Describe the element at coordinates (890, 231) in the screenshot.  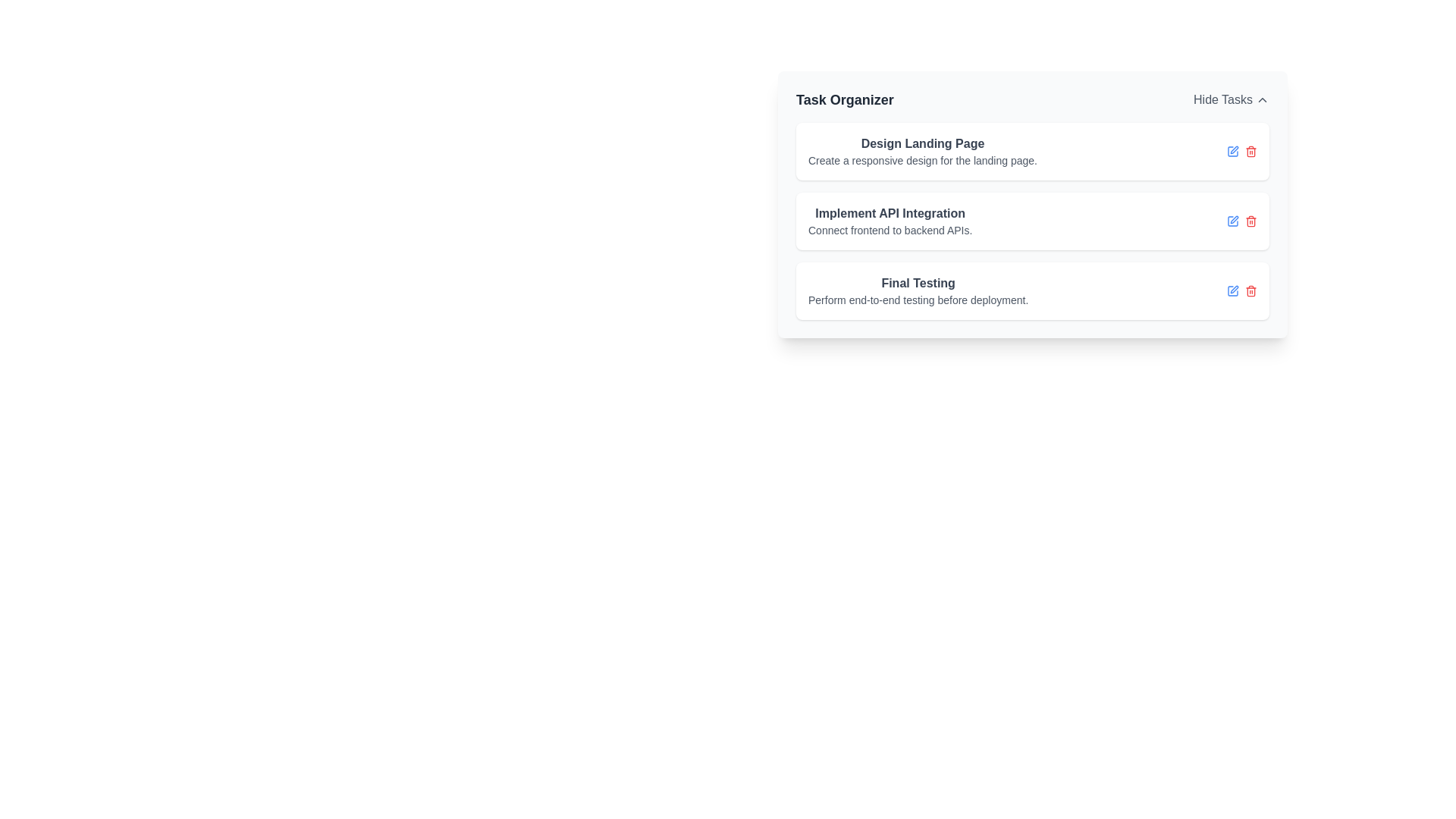
I see `the static text element that provides context for the task, located directly below the title 'Implement API Integration' in the second task block of the task organizer interface` at that location.